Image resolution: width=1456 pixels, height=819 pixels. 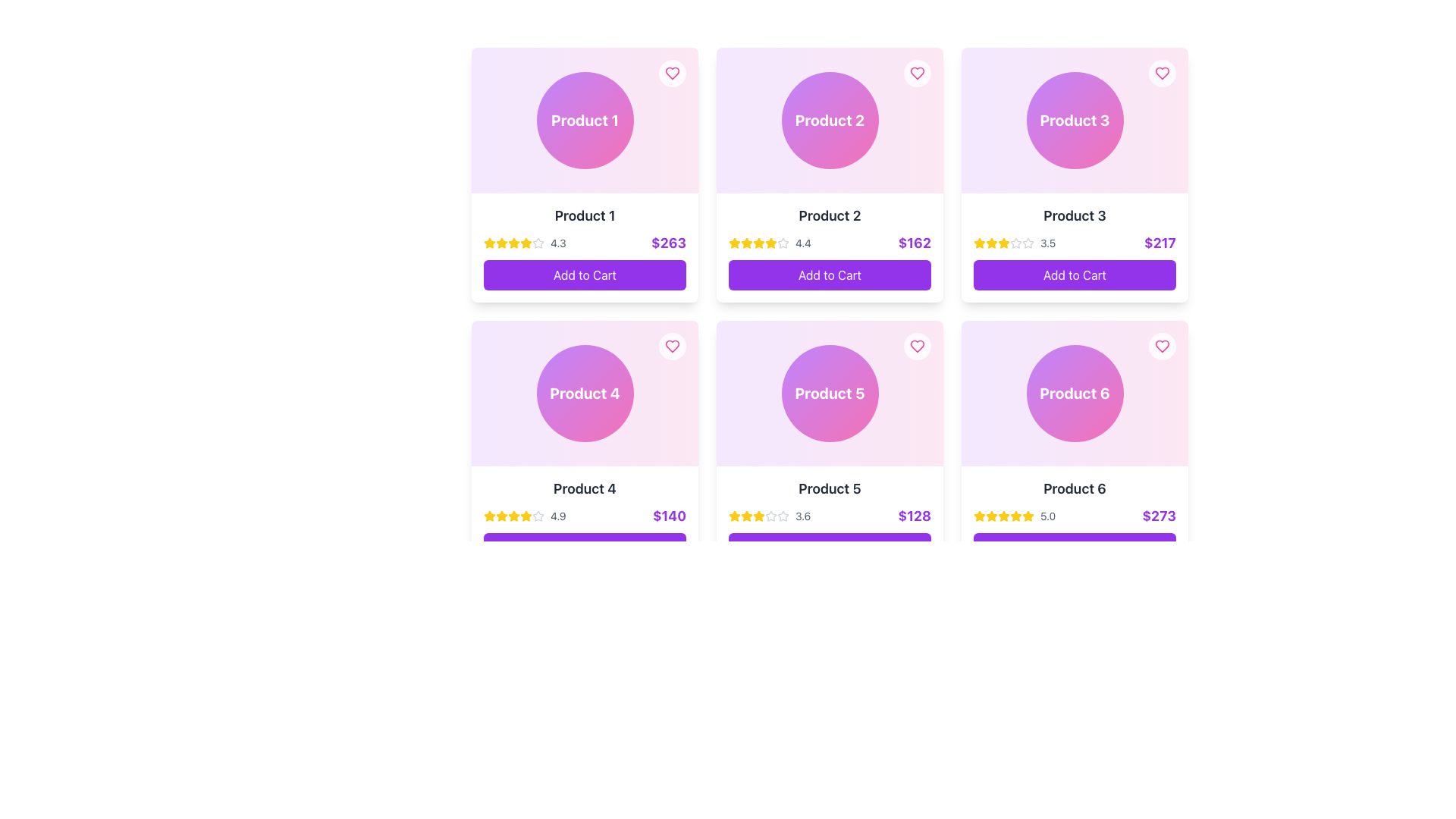 What do you see at coordinates (746, 242) in the screenshot?
I see `the third star icon in the 5-star rating component below the title 'Product 2' in the second product card of the first row to interact with its underlying function` at bounding box center [746, 242].